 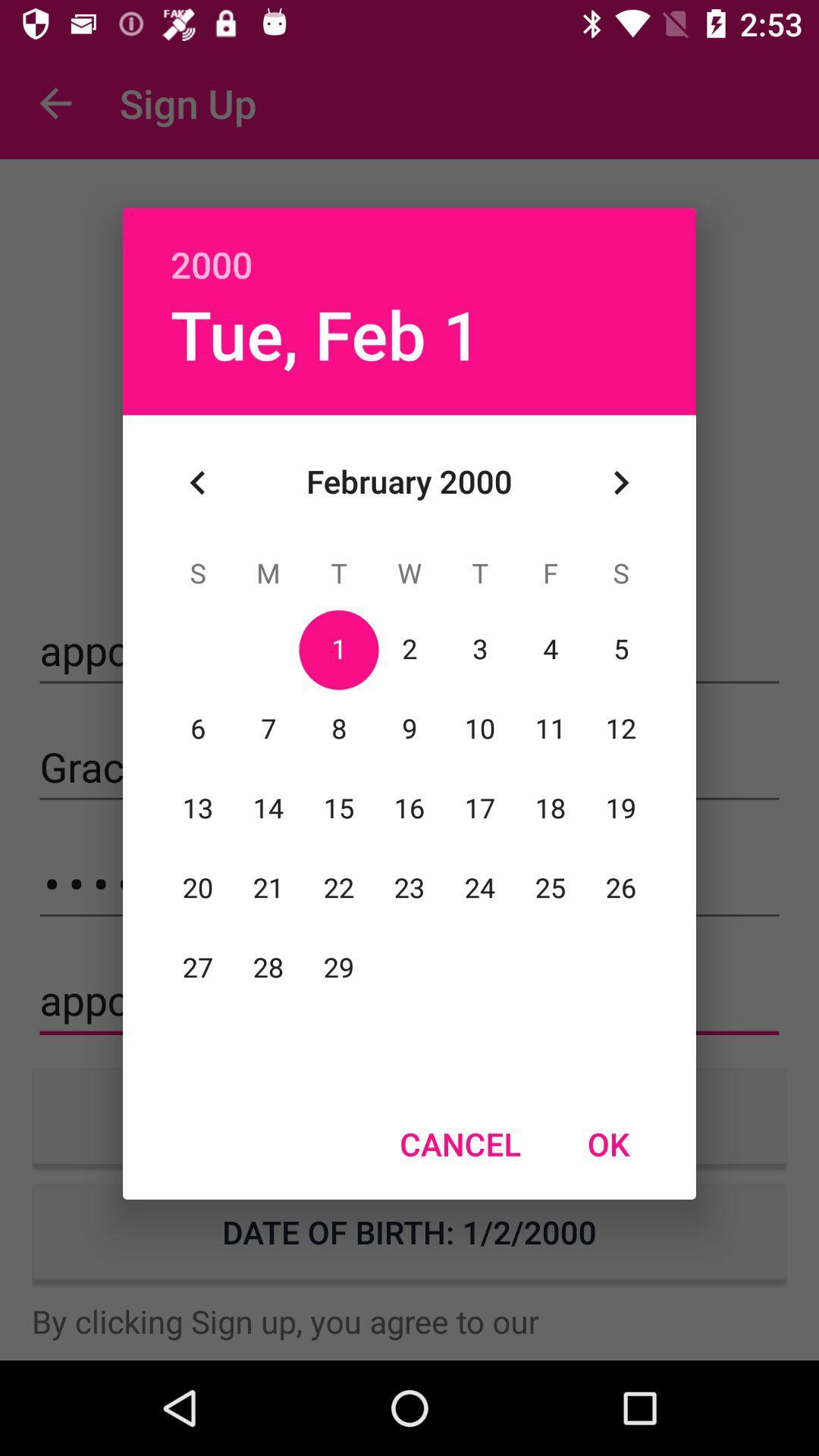 I want to click on the item below the 2000 icon, so click(x=620, y=482).